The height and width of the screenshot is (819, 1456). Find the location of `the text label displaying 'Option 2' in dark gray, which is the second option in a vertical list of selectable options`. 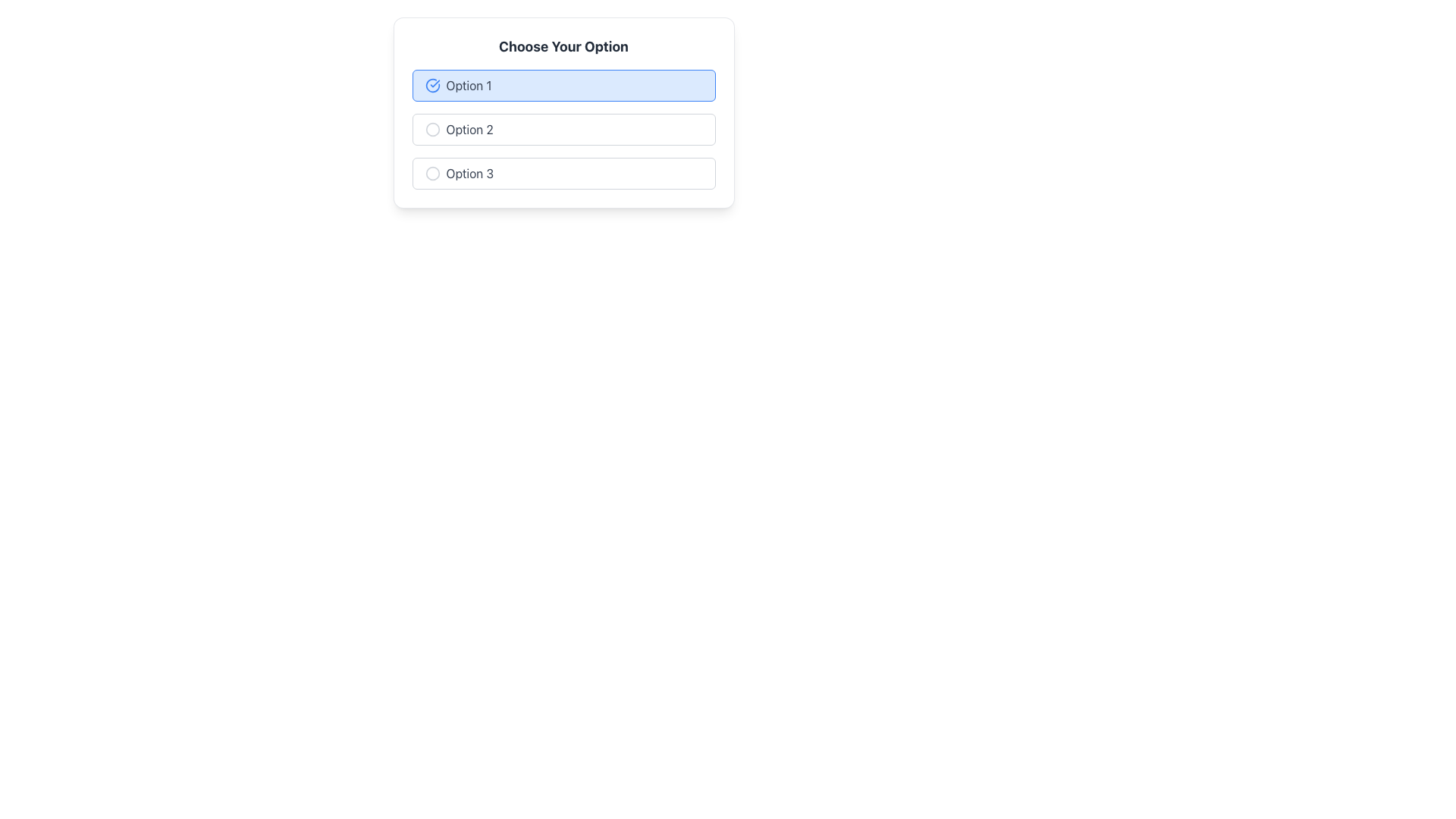

the text label displaying 'Option 2' in dark gray, which is the second option in a vertical list of selectable options is located at coordinates (469, 128).